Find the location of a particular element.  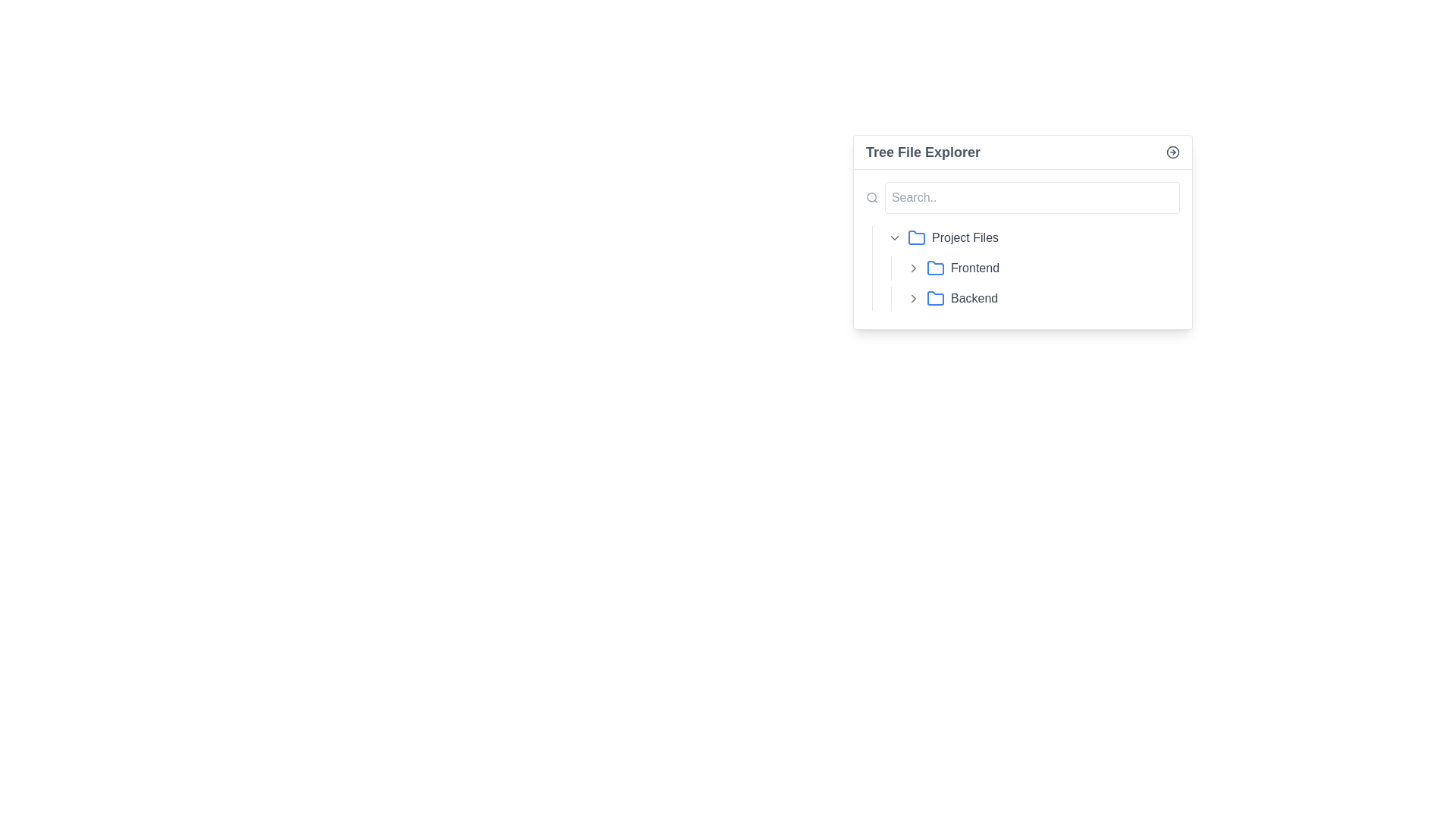

the label displaying 'Backend' is located at coordinates (1062, 298).